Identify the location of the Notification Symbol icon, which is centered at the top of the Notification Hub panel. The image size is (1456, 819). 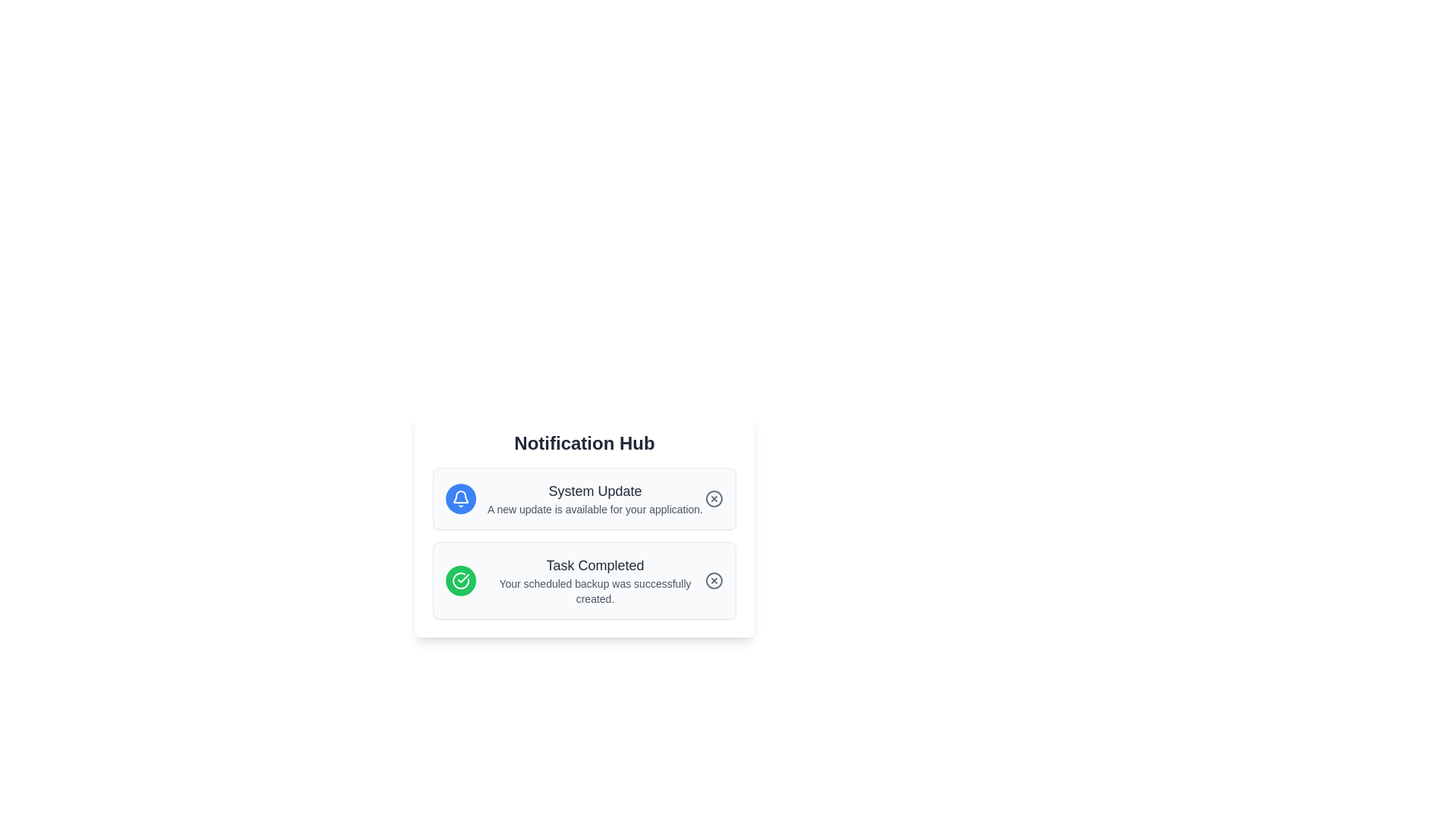
(460, 499).